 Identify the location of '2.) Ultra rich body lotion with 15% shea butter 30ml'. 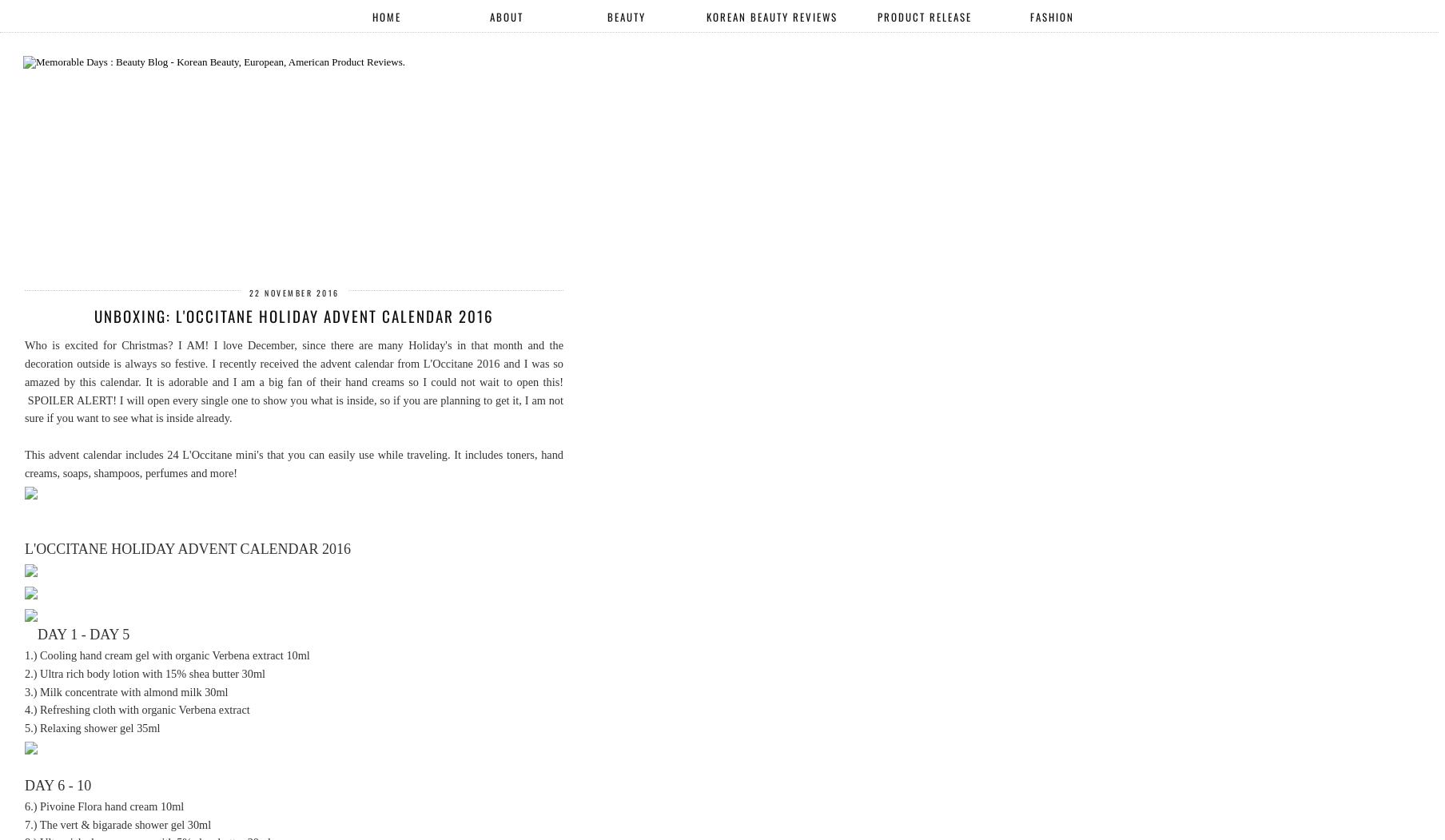
(144, 672).